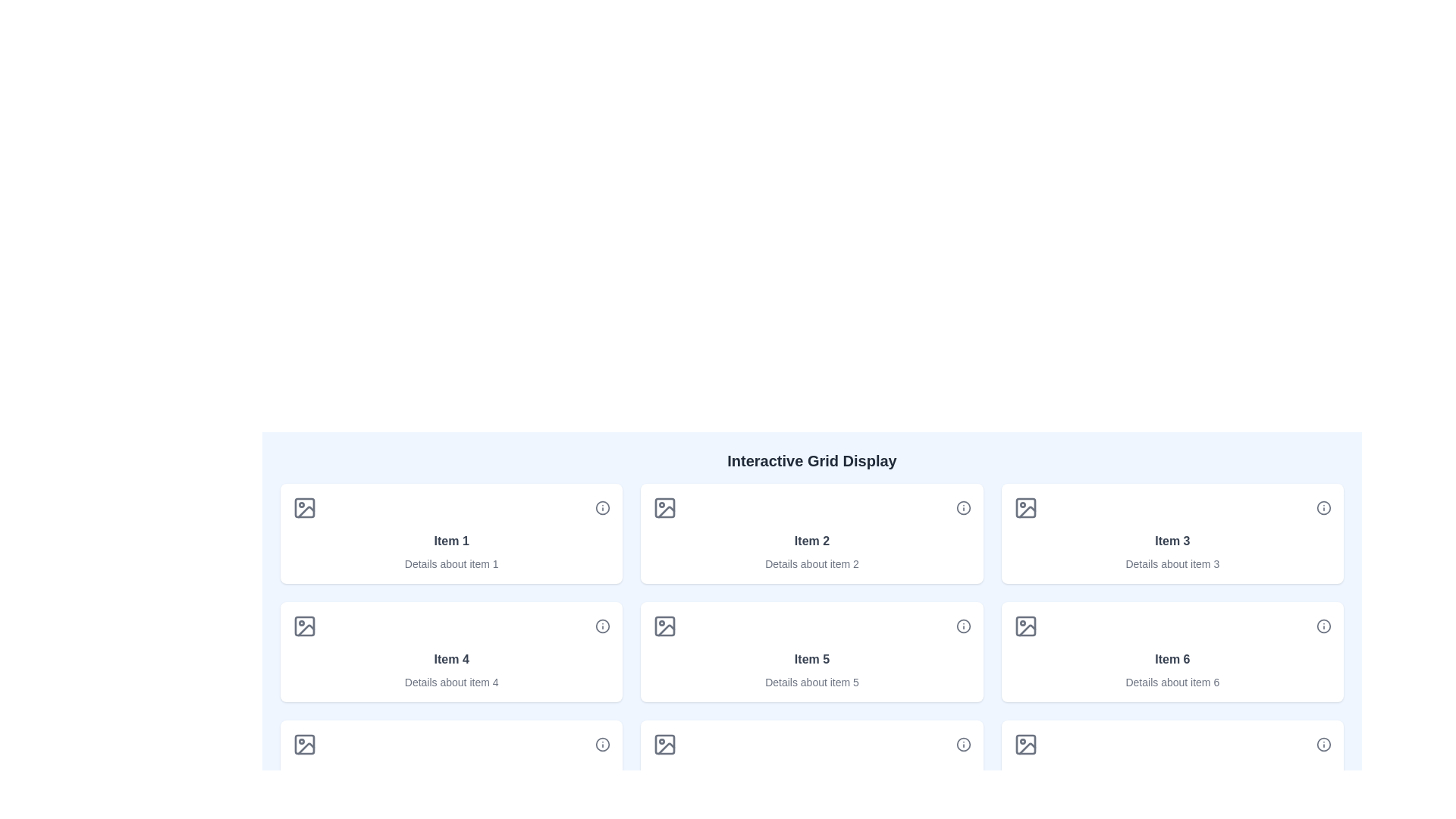 The height and width of the screenshot is (819, 1456). I want to click on the Icon located in the top-left corner of the fifth item in a 3x2 interactive grid layout, which serves as a visual representation for an image-related function, so click(665, 626).